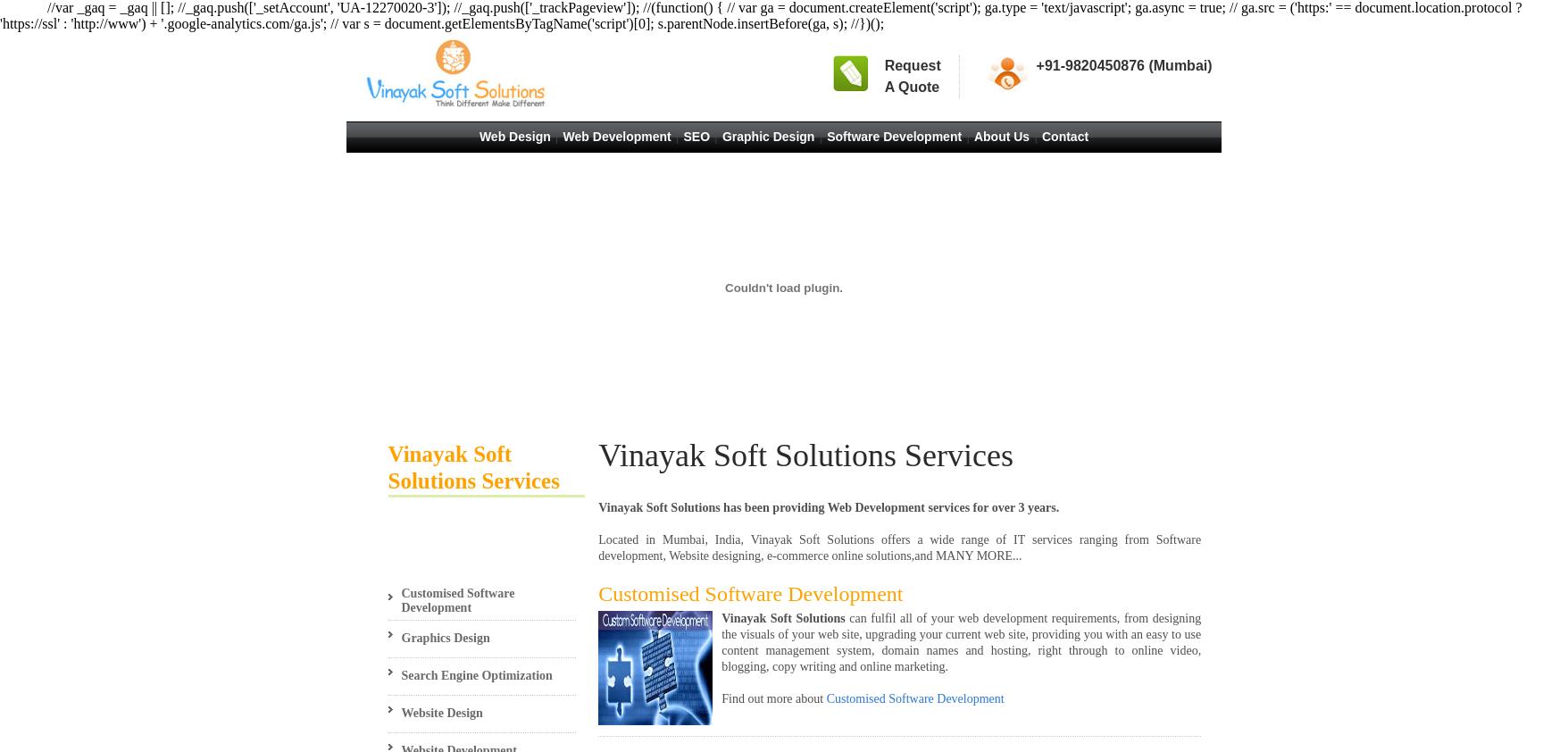  Describe the element at coordinates (445, 638) in the screenshot. I see `'Graphics Design'` at that location.